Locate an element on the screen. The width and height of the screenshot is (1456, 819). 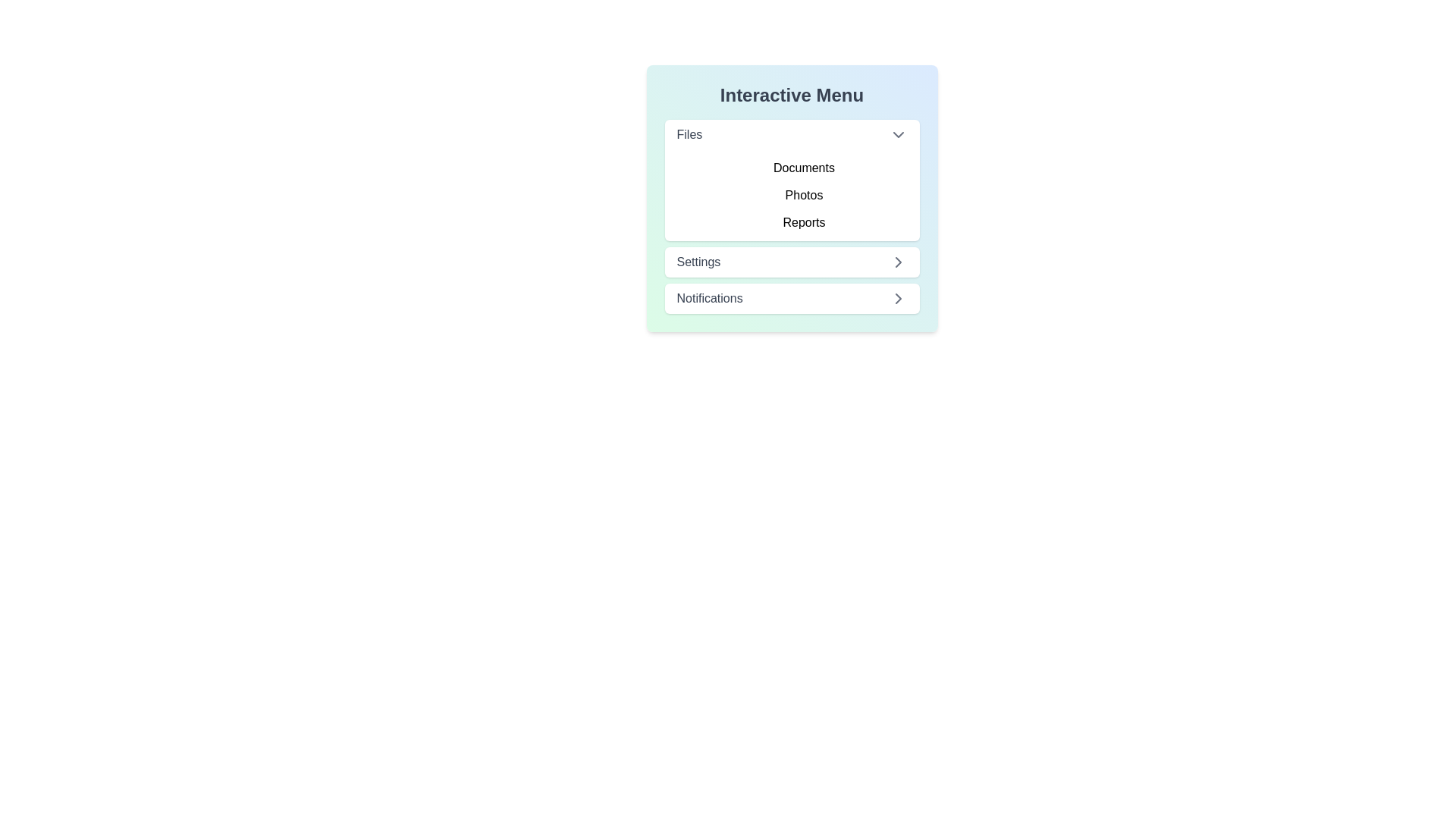
the 'Photos' text label, which is the second interactive text option under the 'Files' section is located at coordinates (803, 195).